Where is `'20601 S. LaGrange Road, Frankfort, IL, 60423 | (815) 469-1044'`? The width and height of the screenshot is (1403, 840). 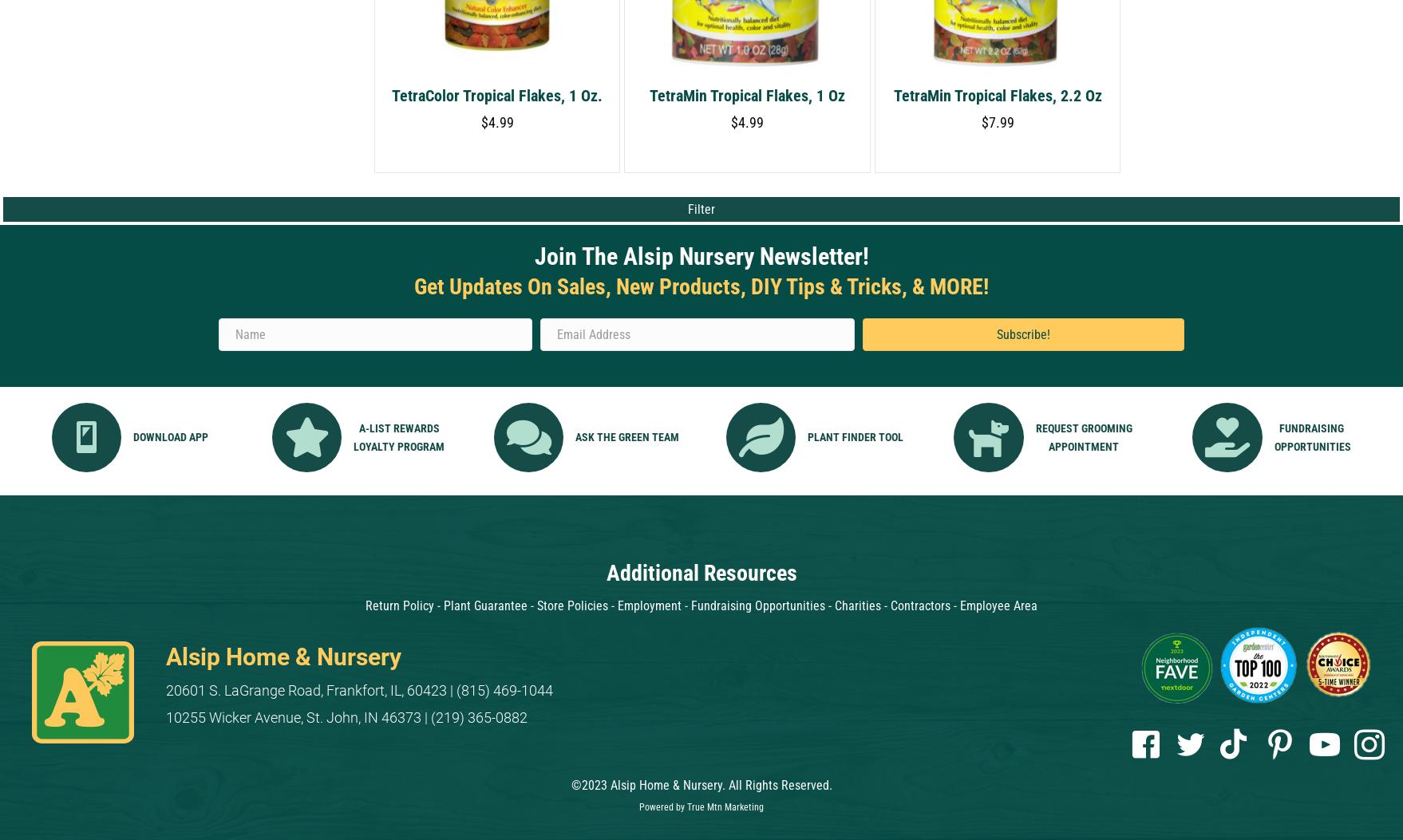 '20601 S. LaGrange Road, Frankfort, IL, 60423 | (815) 469-1044' is located at coordinates (358, 690).